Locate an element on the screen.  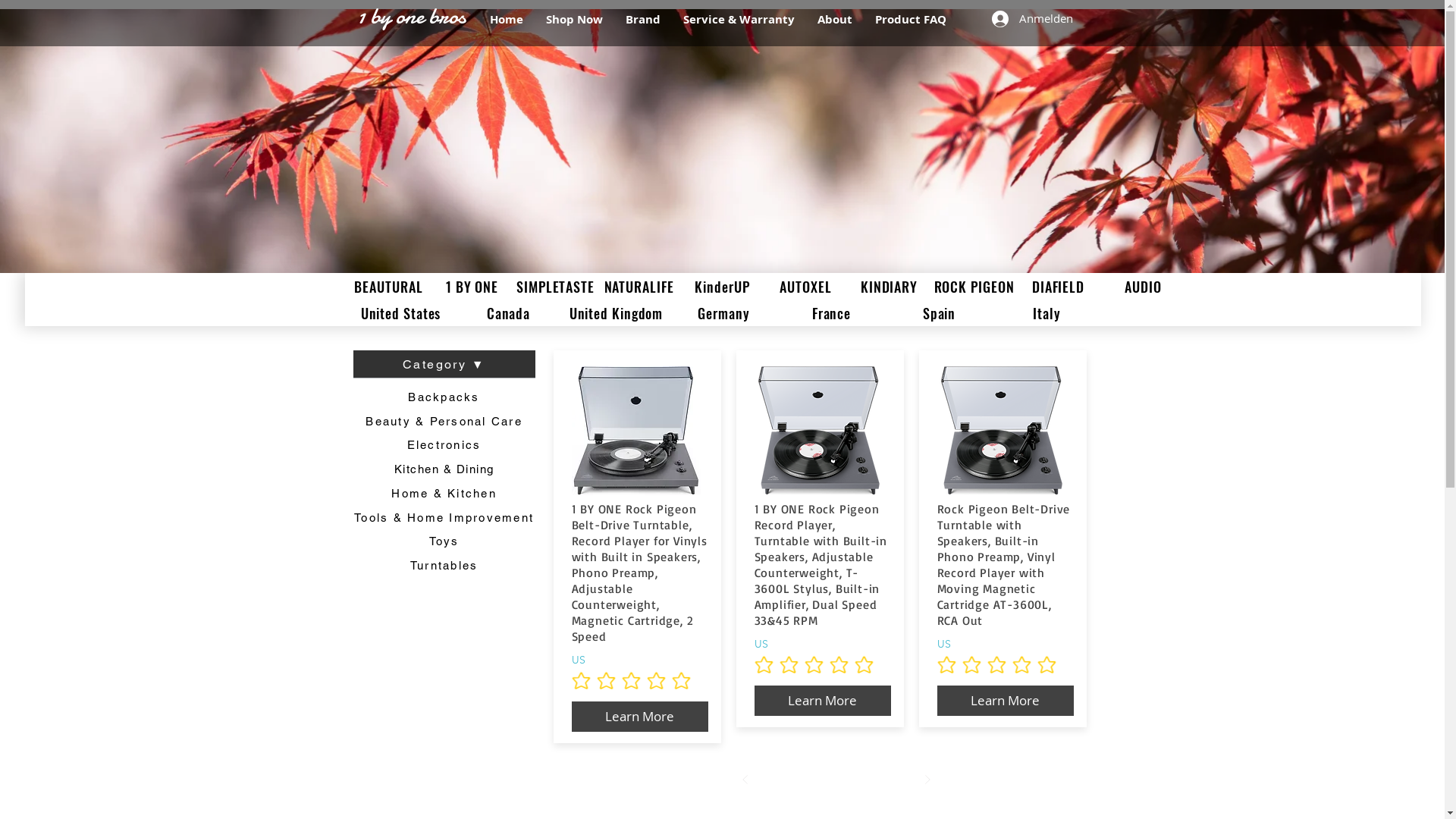
'Germany' is located at coordinates (723, 312).